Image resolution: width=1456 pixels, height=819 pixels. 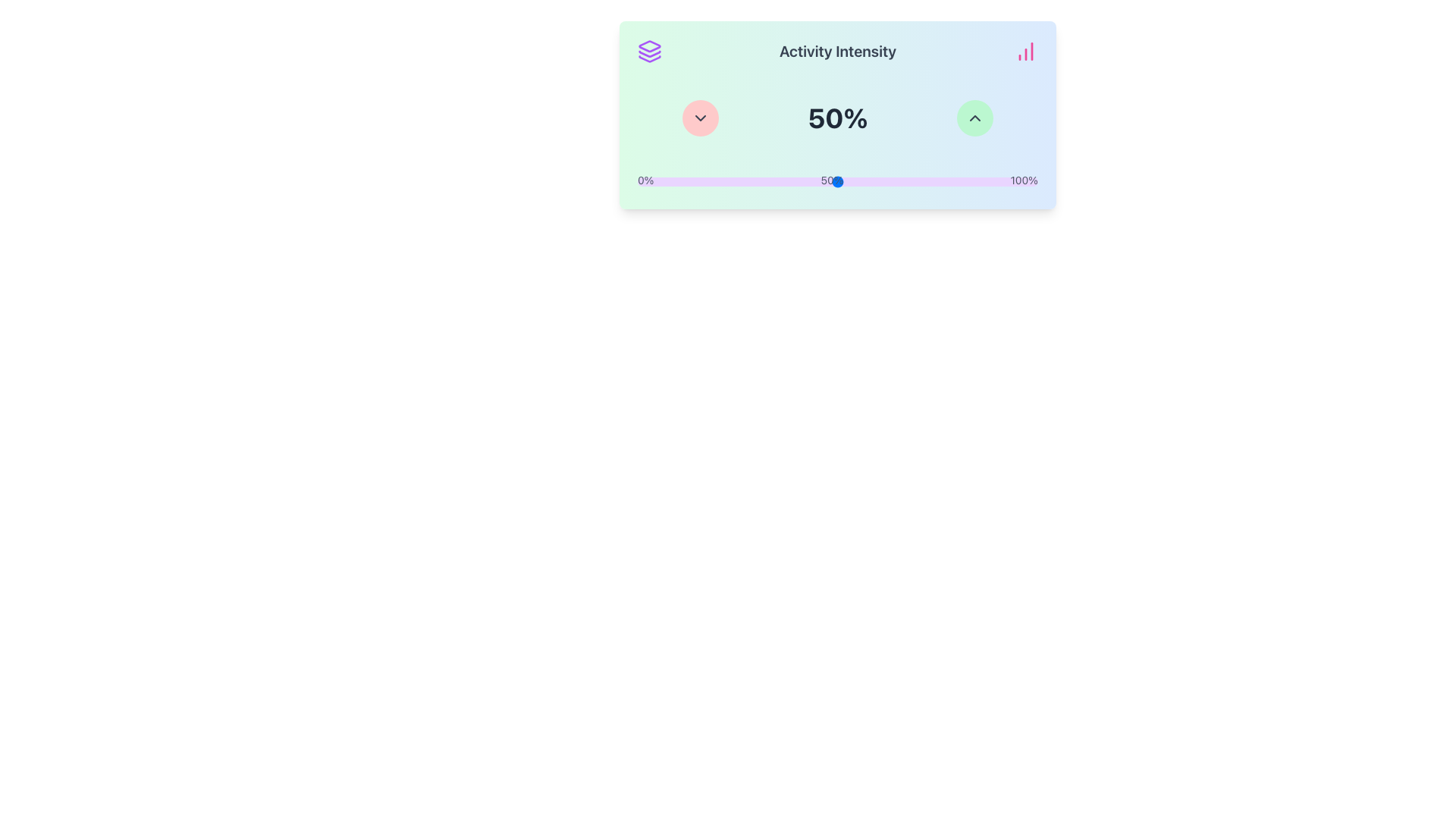 I want to click on the upward chevron arrow icon within the green circular background located in the top-right portion of the 'Activity Intensity' card, so click(x=975, y=117).